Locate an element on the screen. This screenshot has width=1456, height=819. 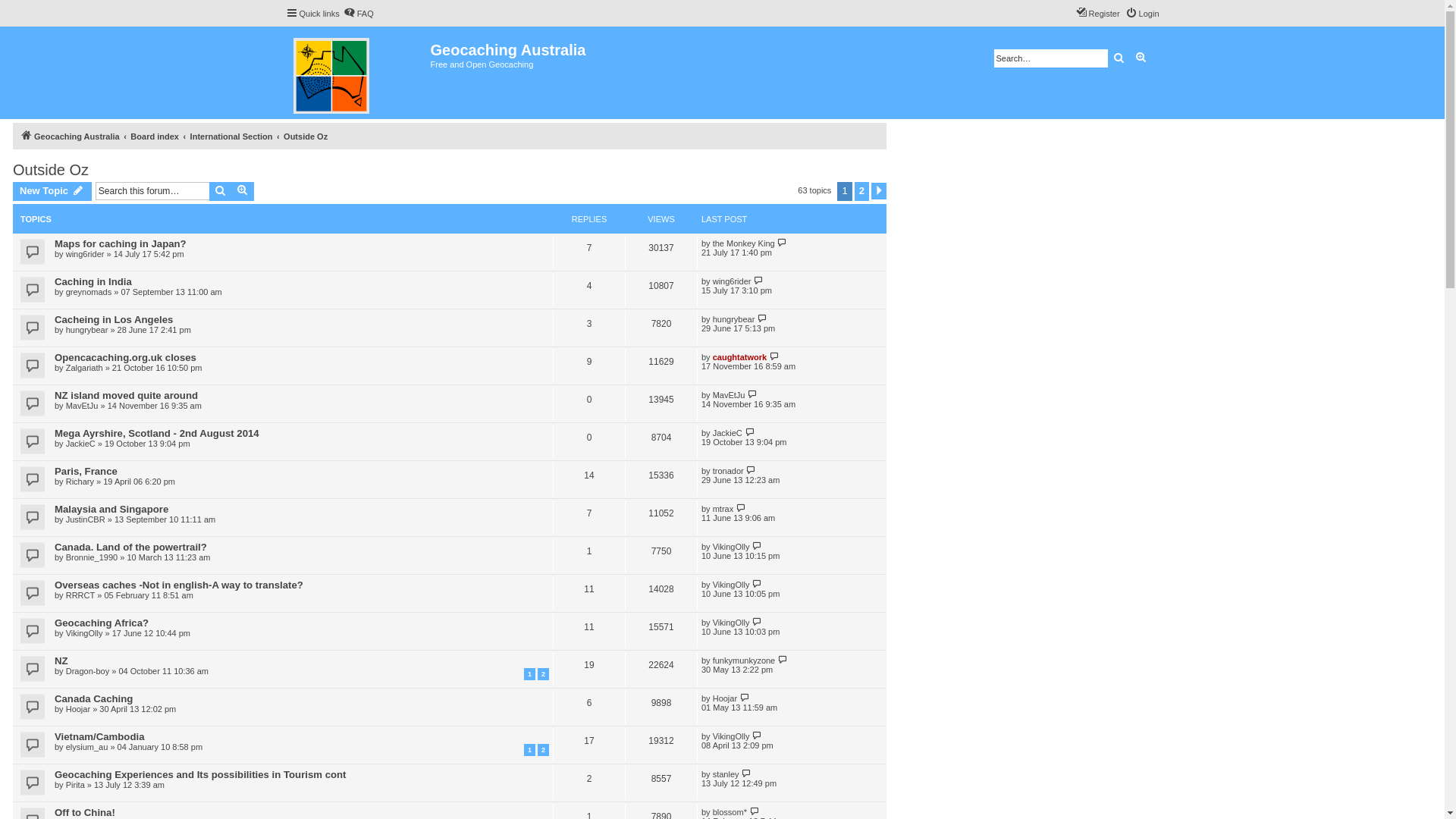
'tronador' is located at coordinates (728, 470).